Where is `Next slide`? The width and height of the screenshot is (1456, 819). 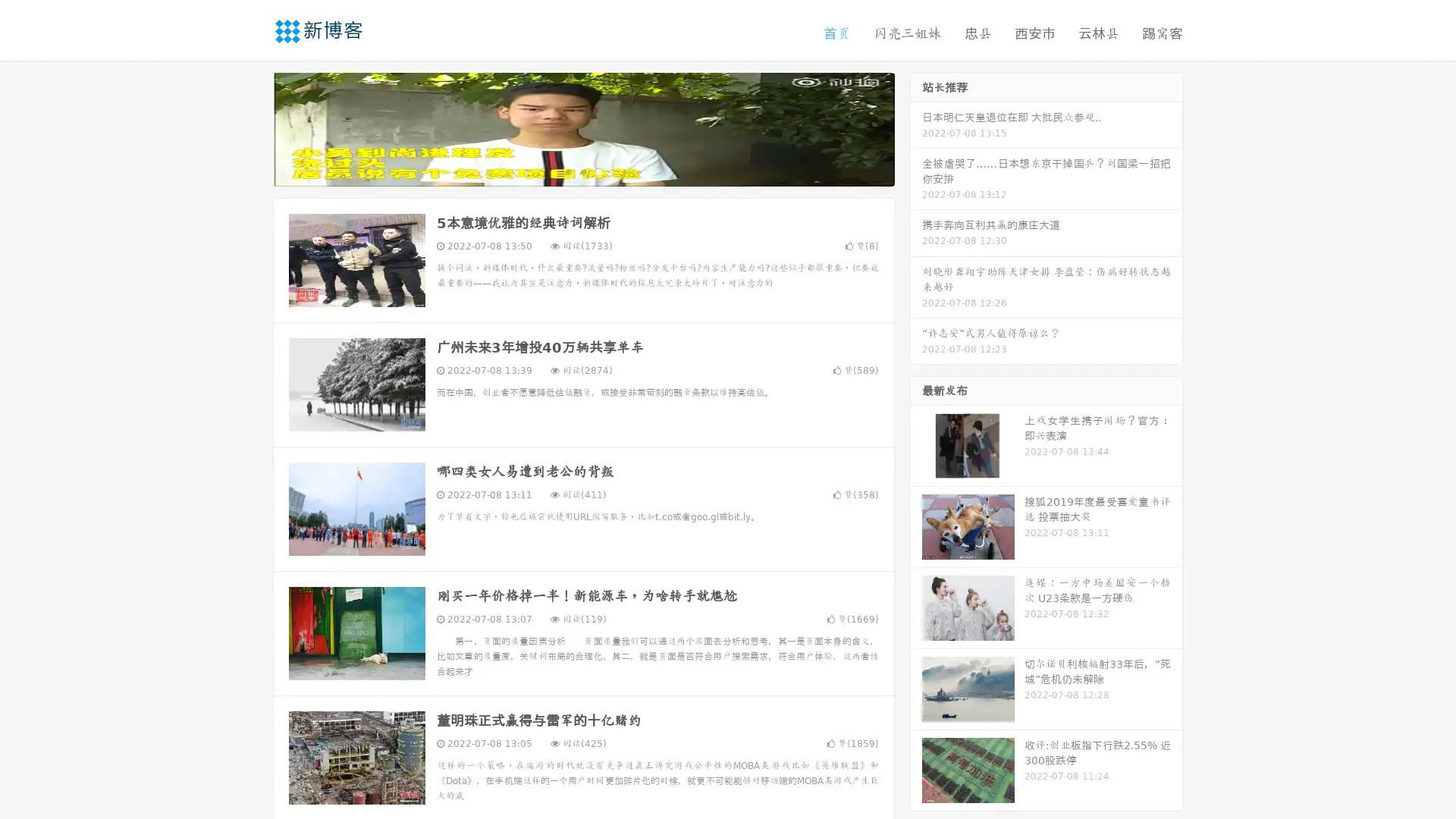 Next slide is located at coordinates (916, 127).